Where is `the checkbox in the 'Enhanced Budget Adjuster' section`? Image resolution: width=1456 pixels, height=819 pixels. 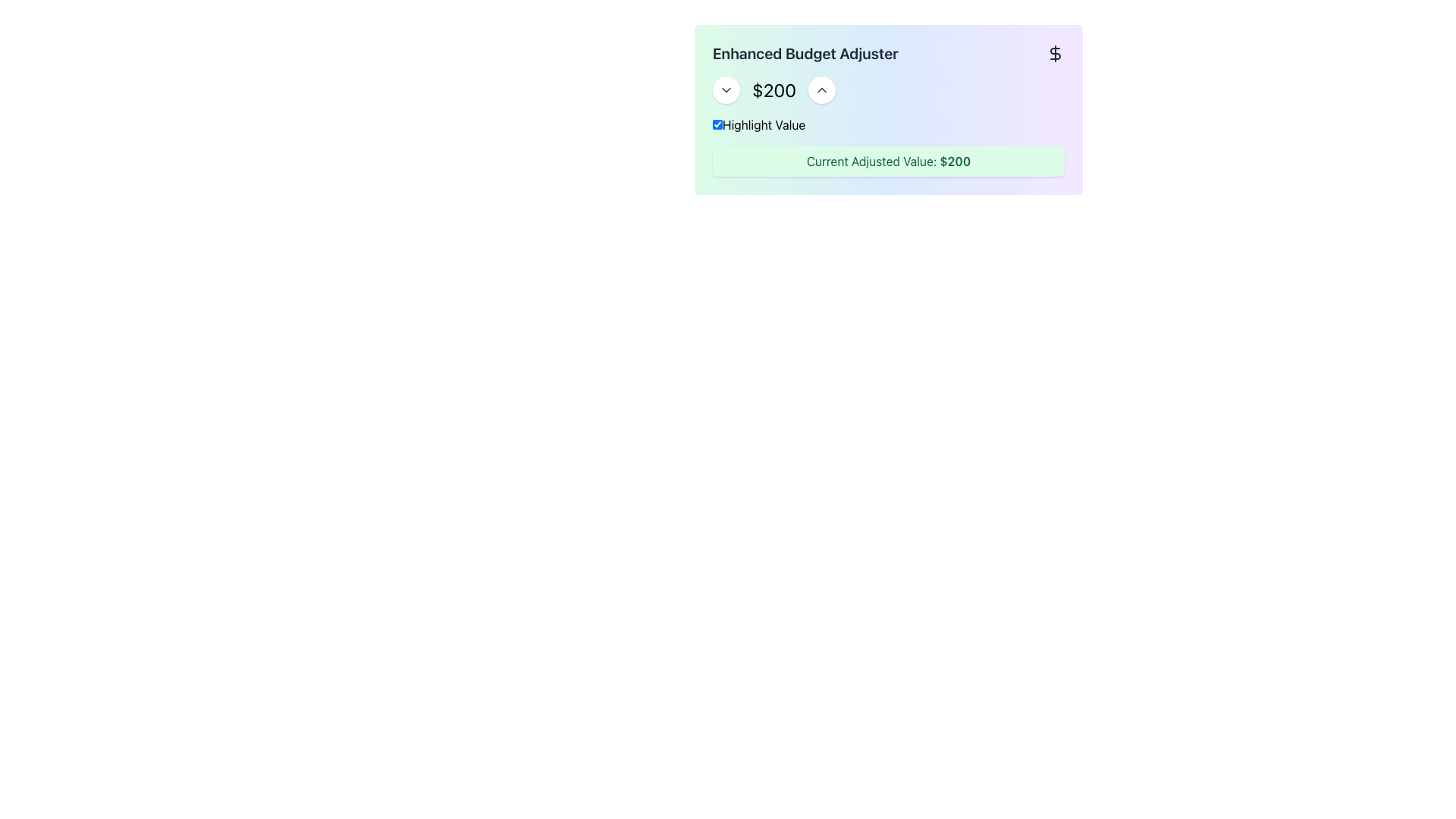 the checkbox in the 'Enhanced Budget Adjuster' section is located at coordinates (717, 124).